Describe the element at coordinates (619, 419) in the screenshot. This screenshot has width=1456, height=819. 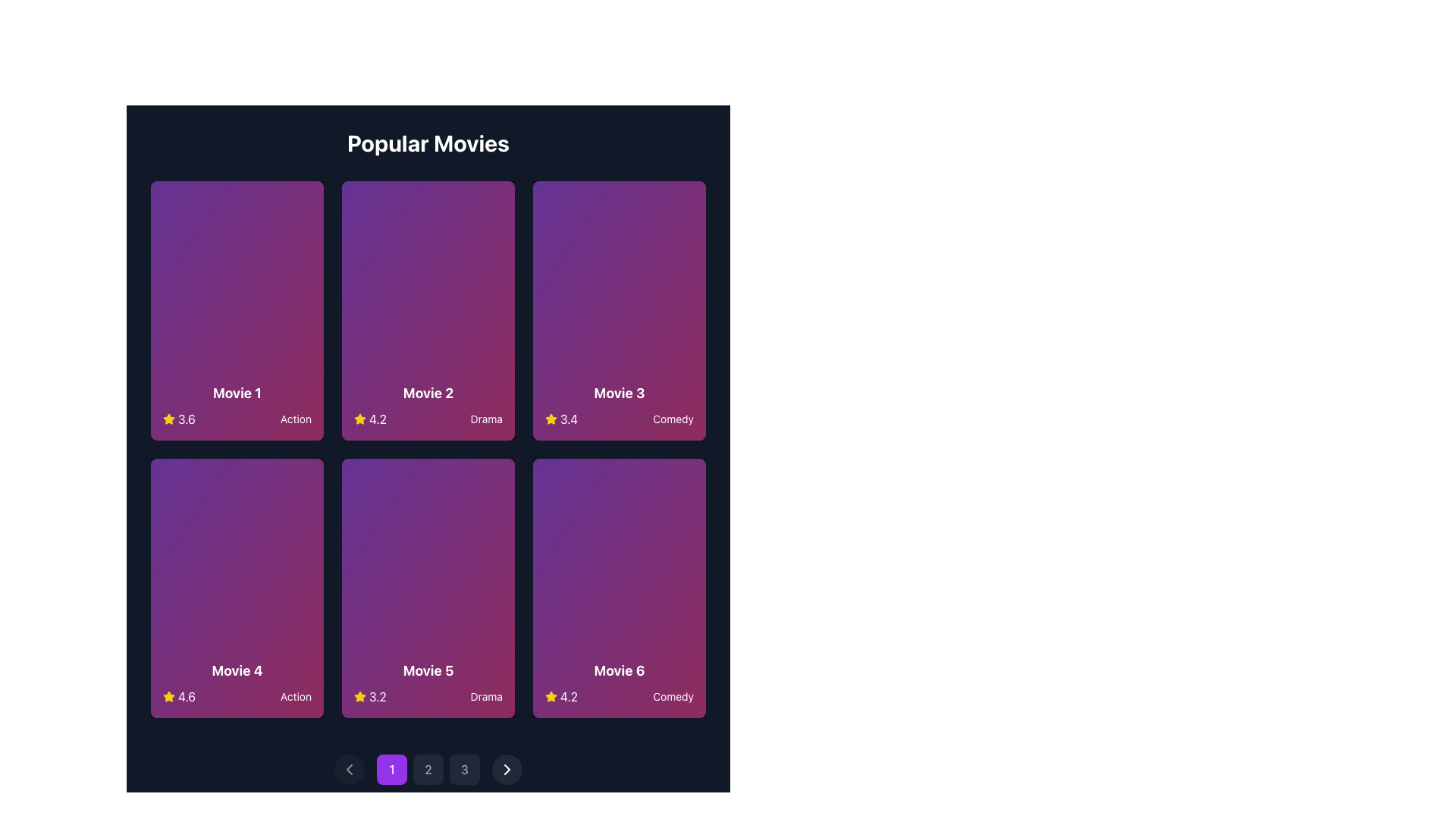
I see `rating score (3.4) and genre (Comedy) information displayed in the informational display bar located in the 'Movie 3' card, positioned just below the title` at that location.